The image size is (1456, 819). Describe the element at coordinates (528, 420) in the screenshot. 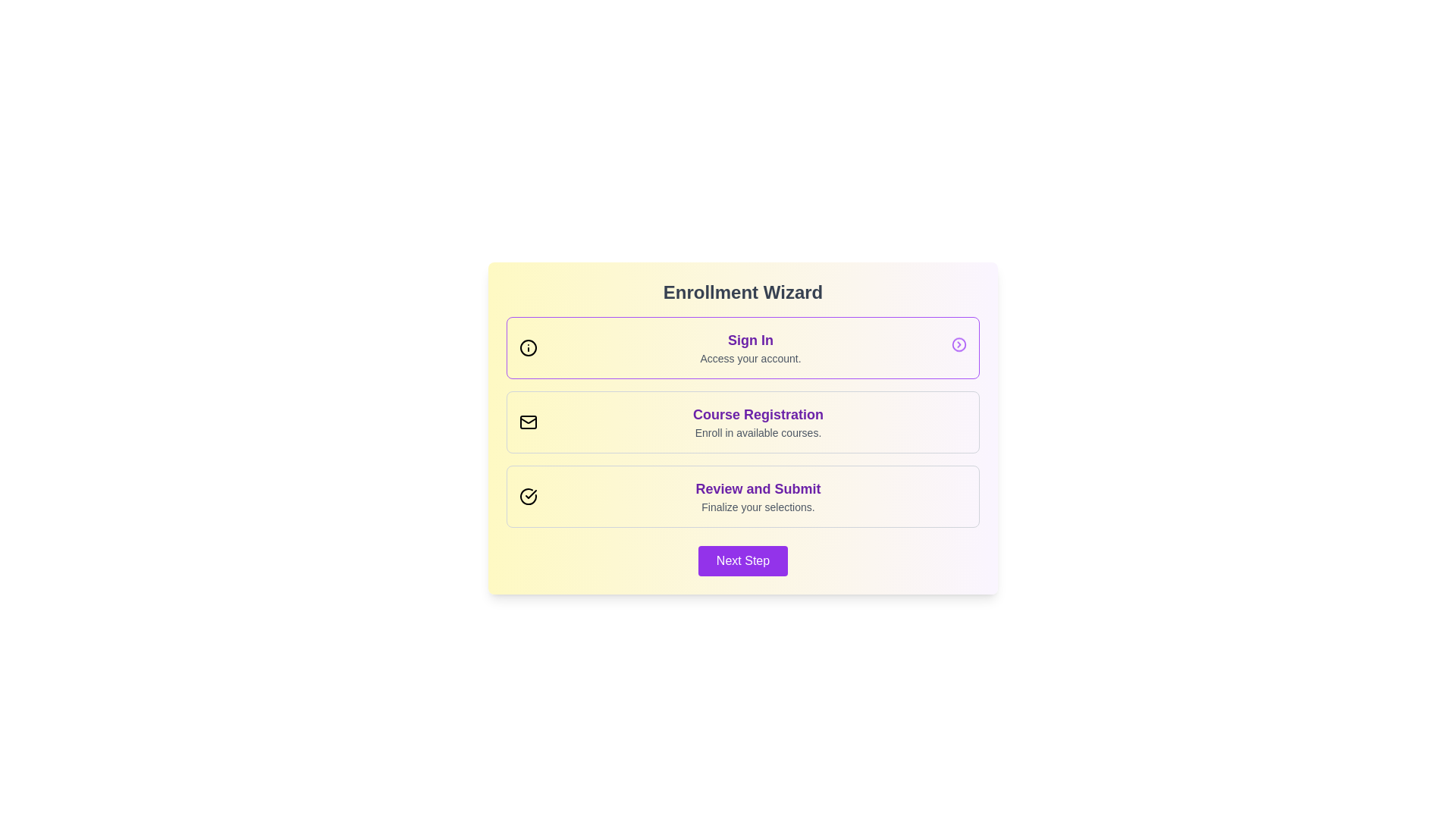

I see `the envelope icon located in the 'Course Registration' section` at that location.